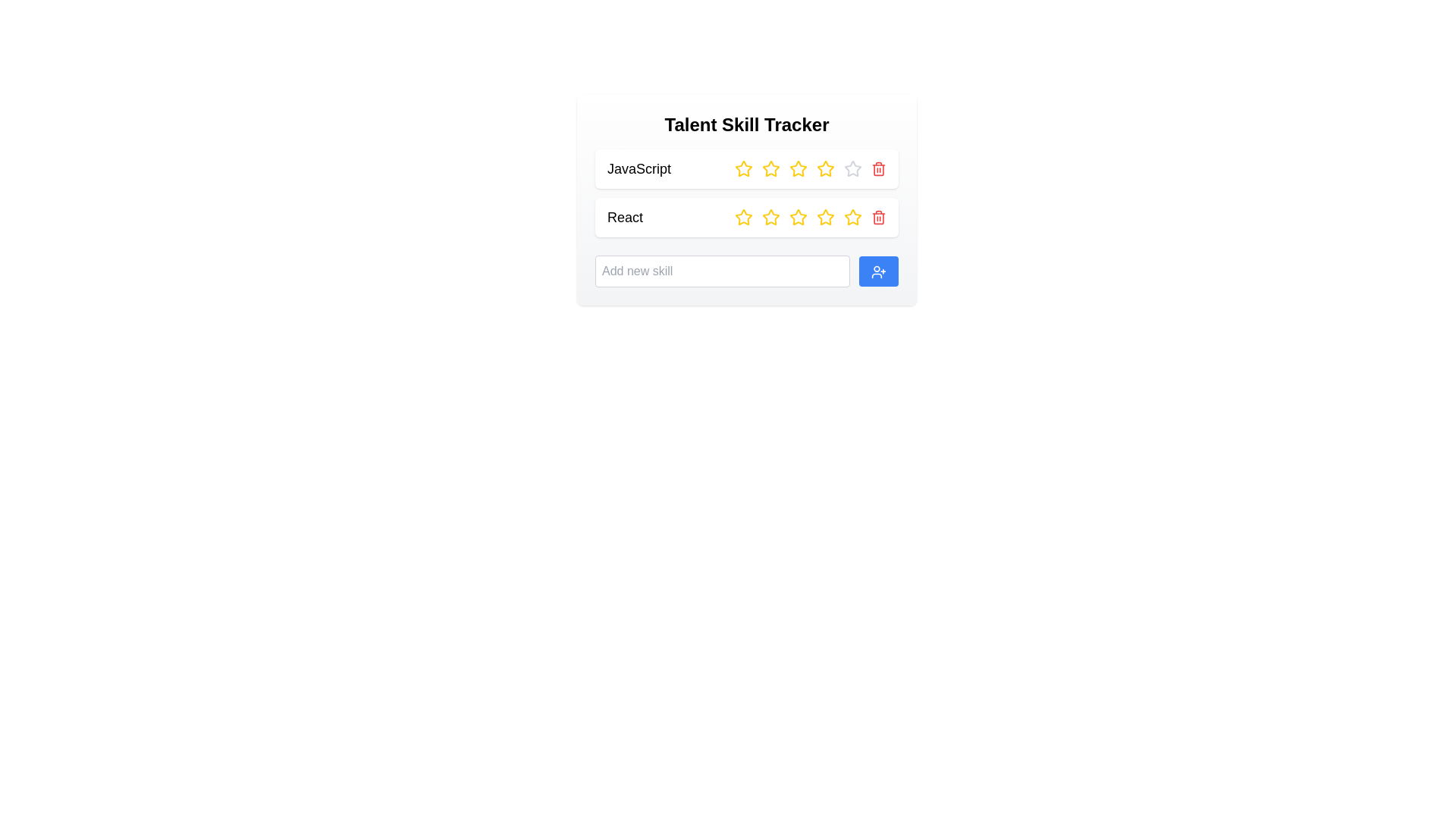  I want to click on the interactive yellow stars in the second list item labeled 'React' within the 'Talent Skill Tracker' to rate the skill, so click(746, 217).